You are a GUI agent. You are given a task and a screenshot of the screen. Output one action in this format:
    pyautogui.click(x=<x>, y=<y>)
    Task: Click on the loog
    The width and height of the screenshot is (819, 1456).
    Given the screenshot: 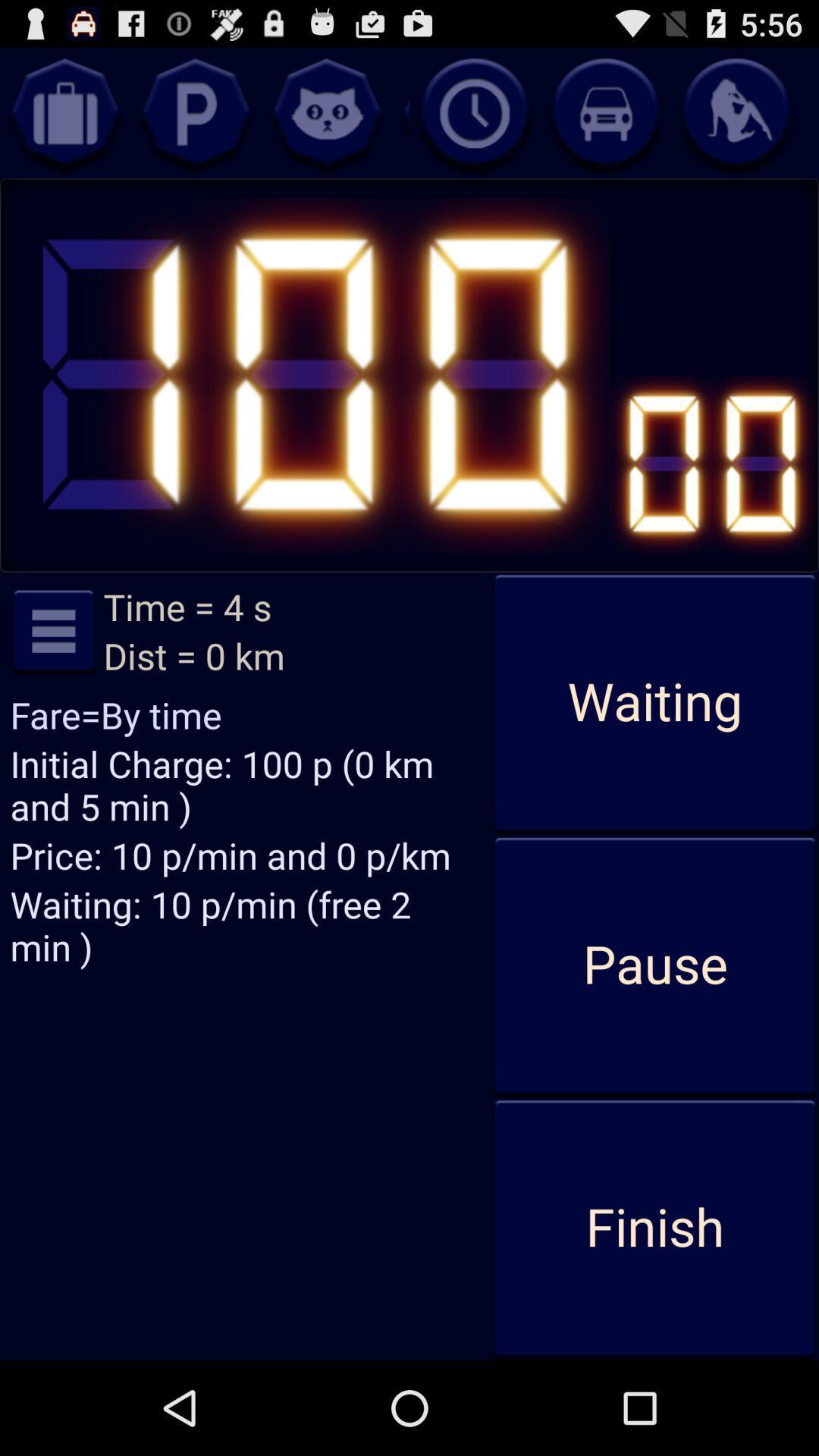 What is the action you would take?
    pyautogui.click(x=195, y=112)
    